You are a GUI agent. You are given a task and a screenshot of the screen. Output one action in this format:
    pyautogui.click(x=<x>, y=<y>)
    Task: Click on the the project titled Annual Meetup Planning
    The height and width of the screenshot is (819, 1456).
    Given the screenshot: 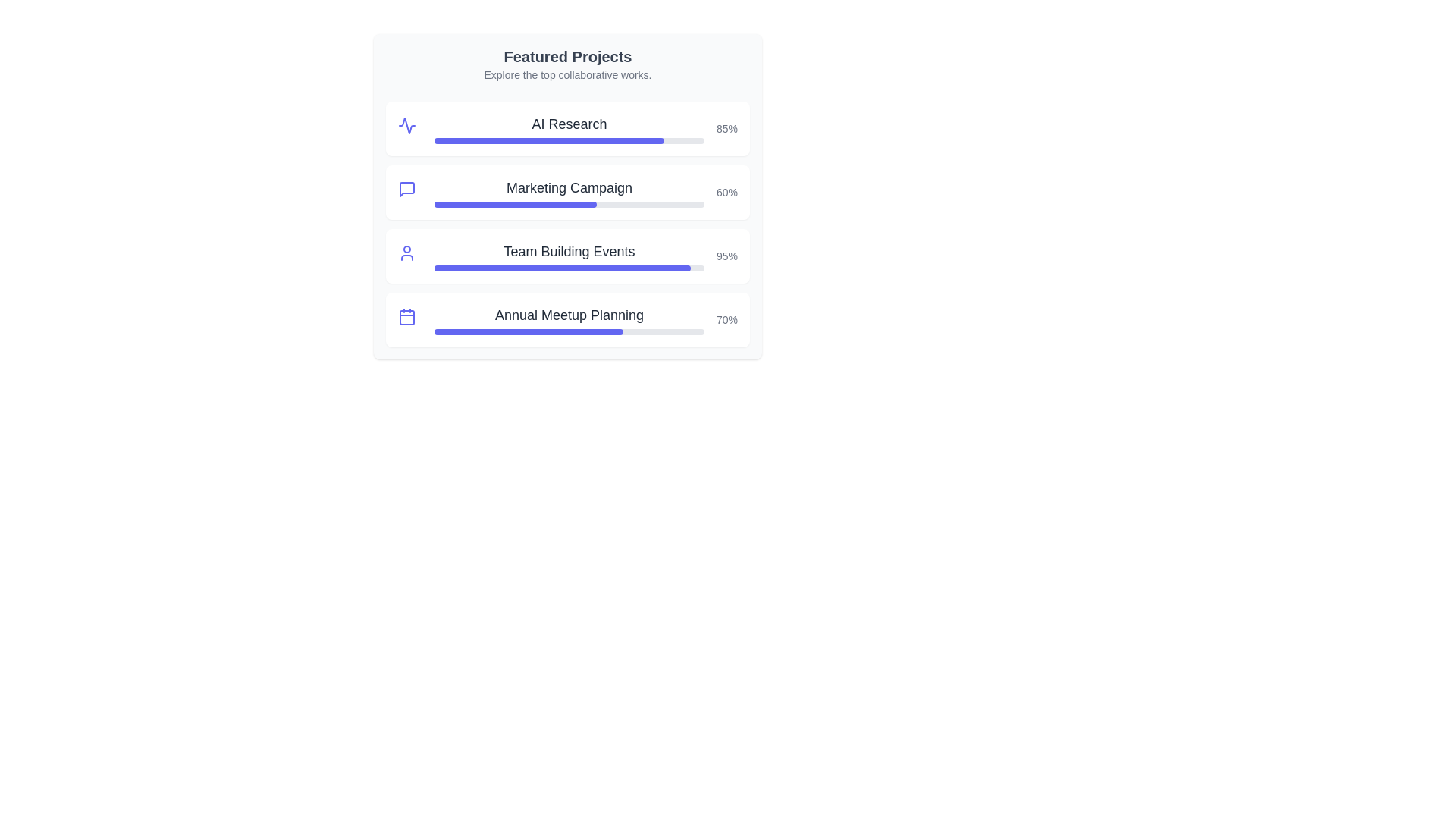 What is the action you would take?
    pyautogui.click(x=567, y=315)
    